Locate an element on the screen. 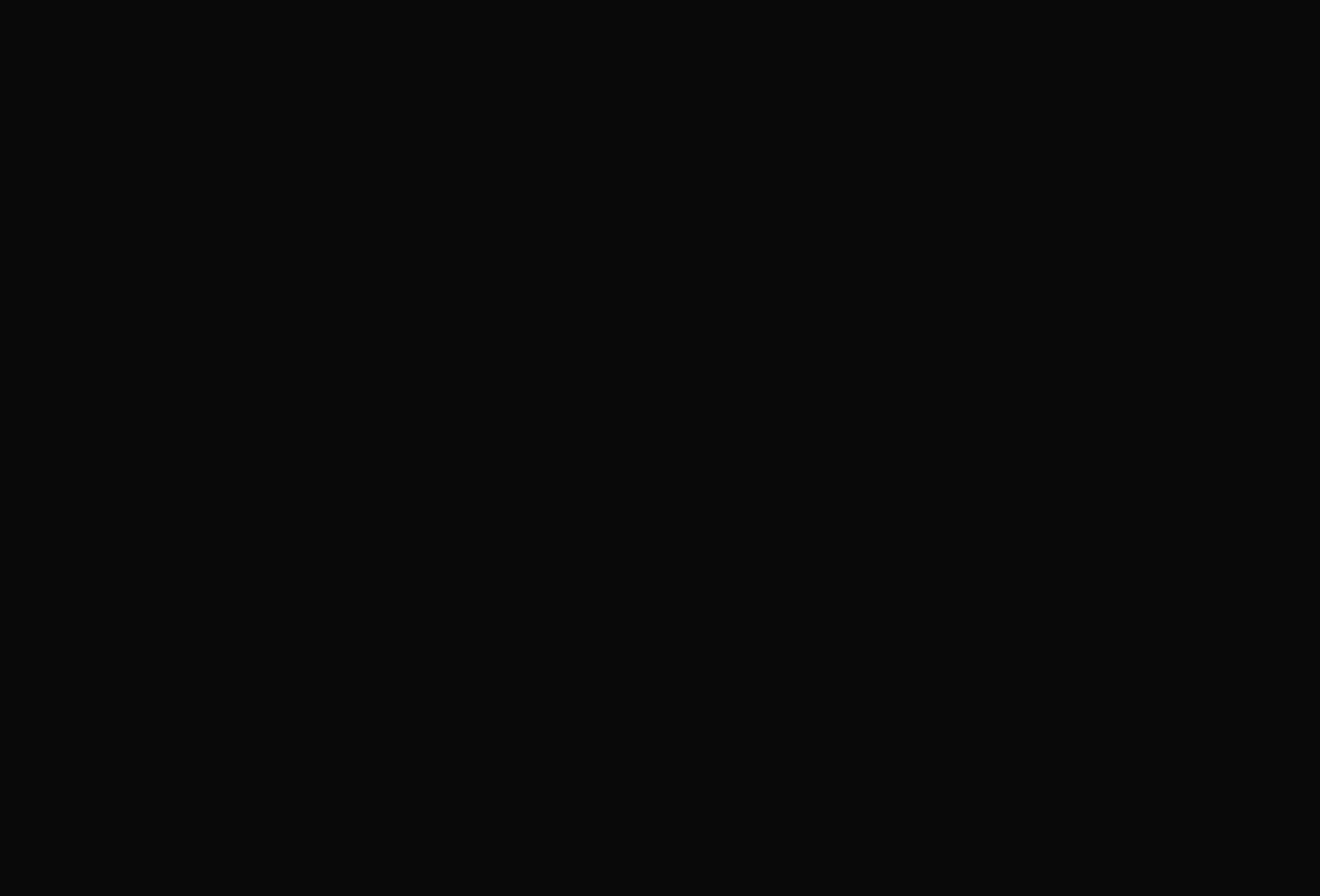 The width and height of the screenshot is (1320, 896). 'Palace Theatre' is located at coordinates (937, 17).